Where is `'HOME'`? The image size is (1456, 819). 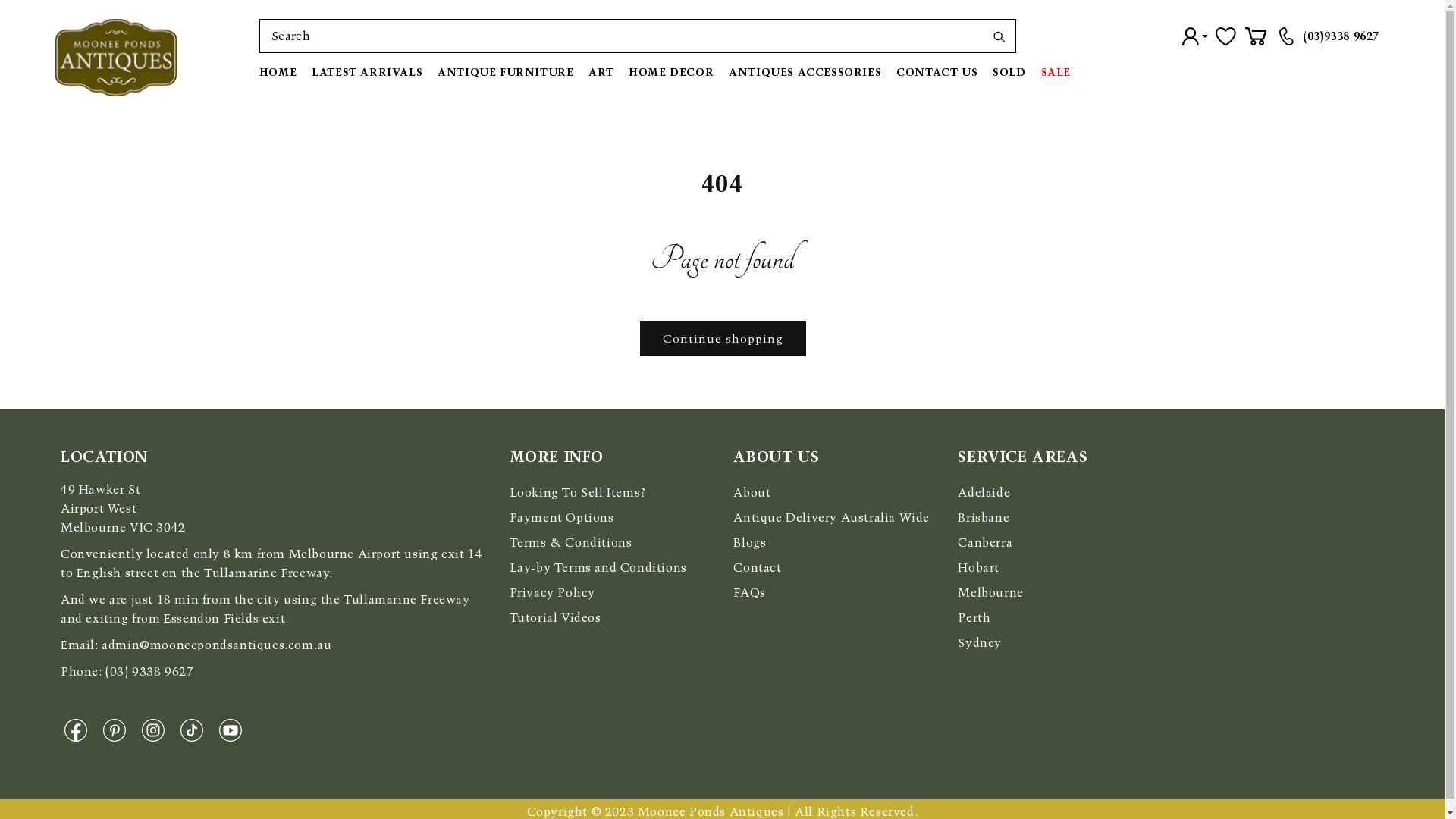 'HOME' is located at coordinates (259, 72).